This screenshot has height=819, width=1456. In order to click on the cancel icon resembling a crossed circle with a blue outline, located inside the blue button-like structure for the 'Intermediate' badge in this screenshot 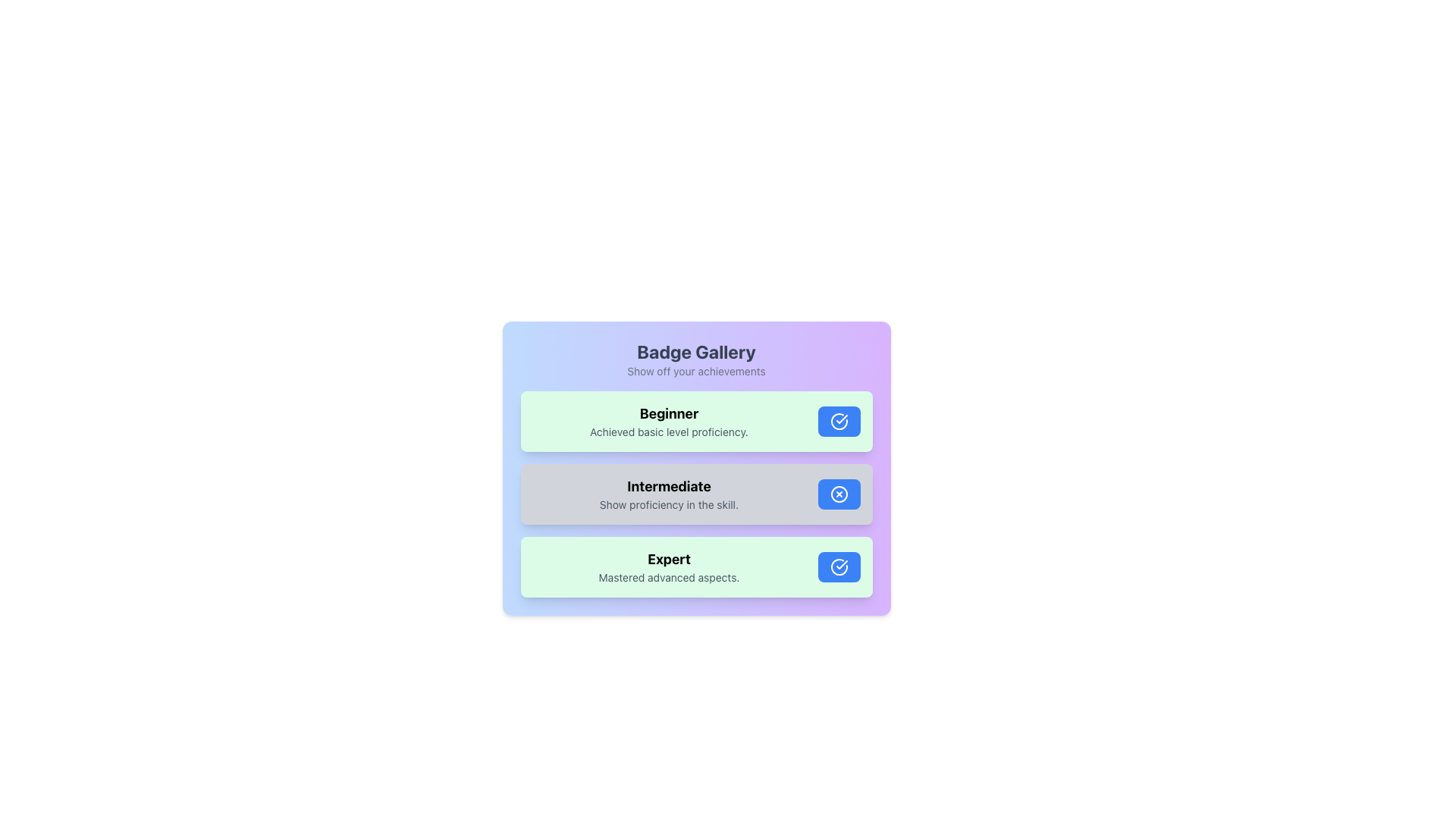, I will do `click(838, 494)`.